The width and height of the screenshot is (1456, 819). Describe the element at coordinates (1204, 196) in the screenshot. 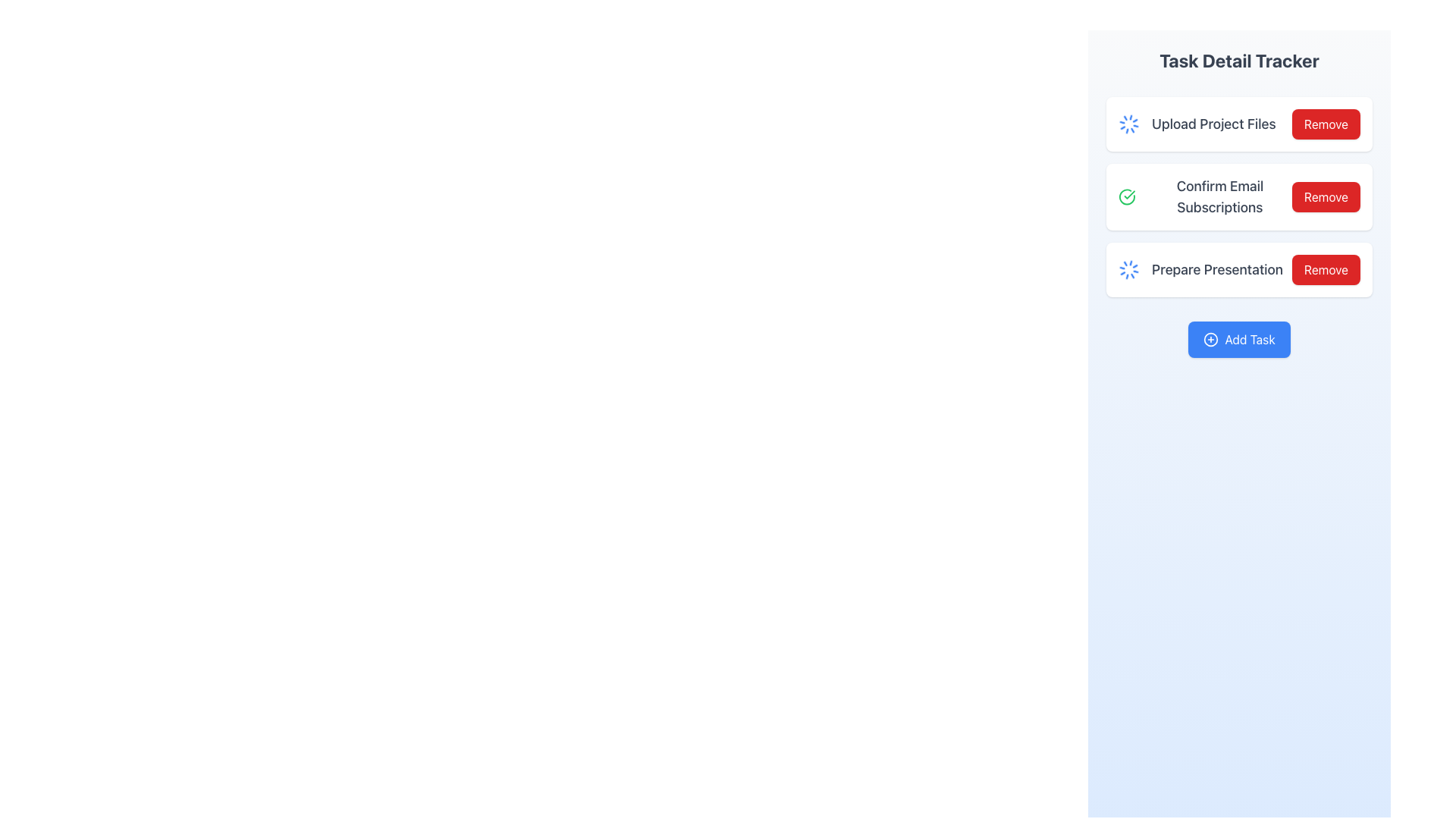

I see `the Text label indicating the action of confirming email subscriptions, which includes a green check icon and is positioned centrally under the 'Task Detail Tracker' section` at that location.